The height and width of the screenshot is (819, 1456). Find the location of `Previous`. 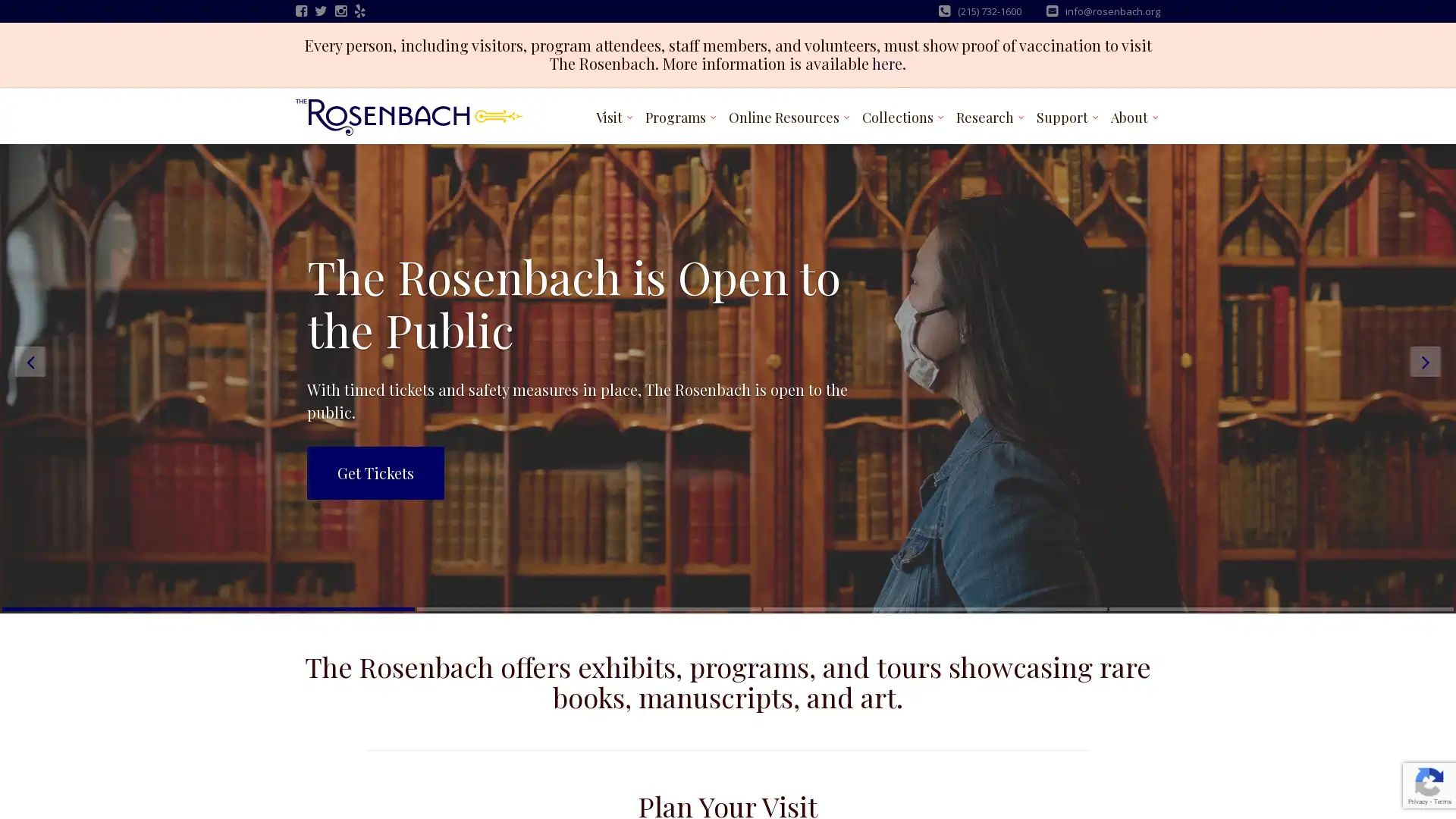

Previous is located at coordinates (30, 366).